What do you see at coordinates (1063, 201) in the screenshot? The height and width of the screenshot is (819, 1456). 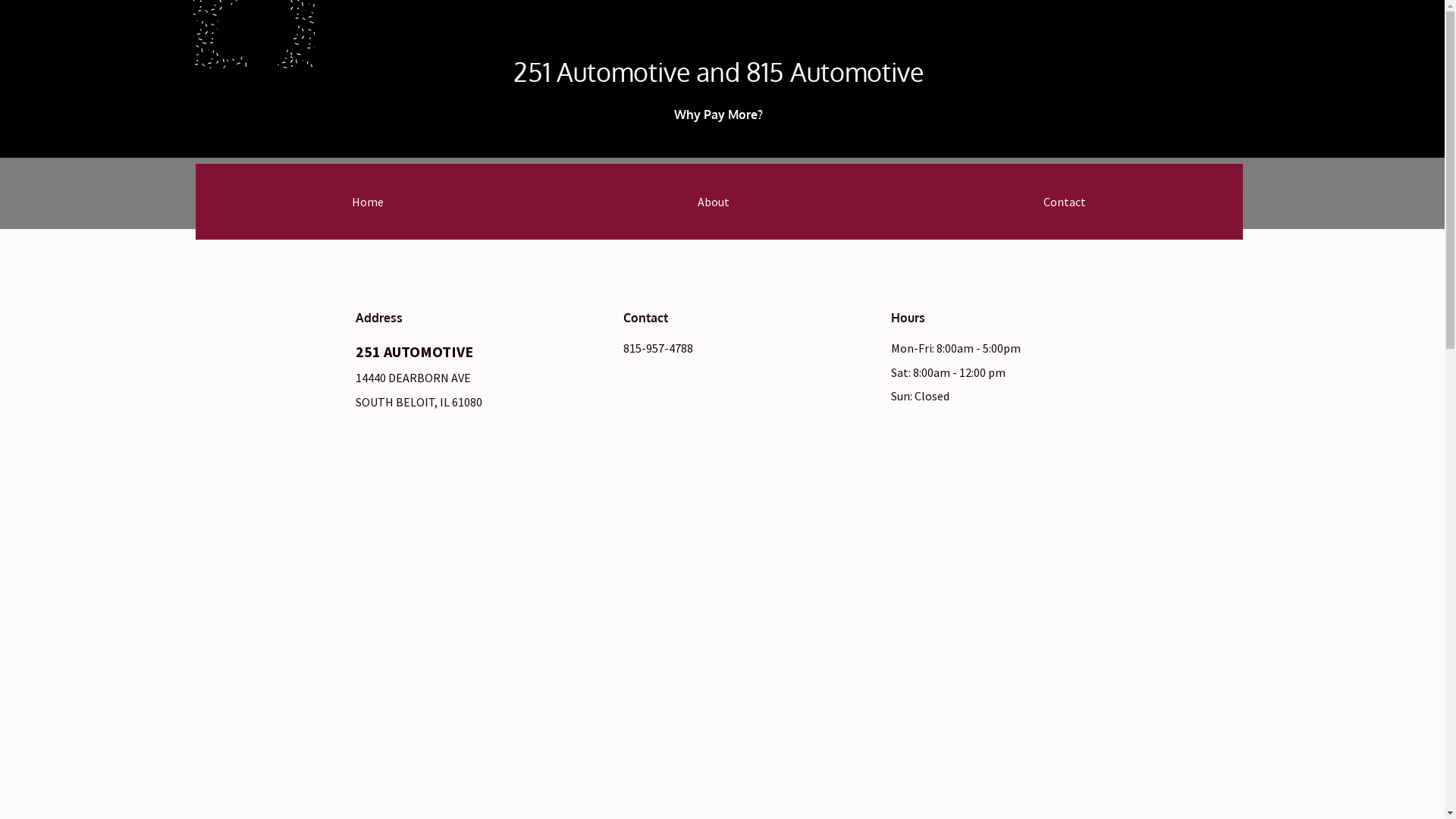 I see `'Contact'` at bounding box center [1063, 201].